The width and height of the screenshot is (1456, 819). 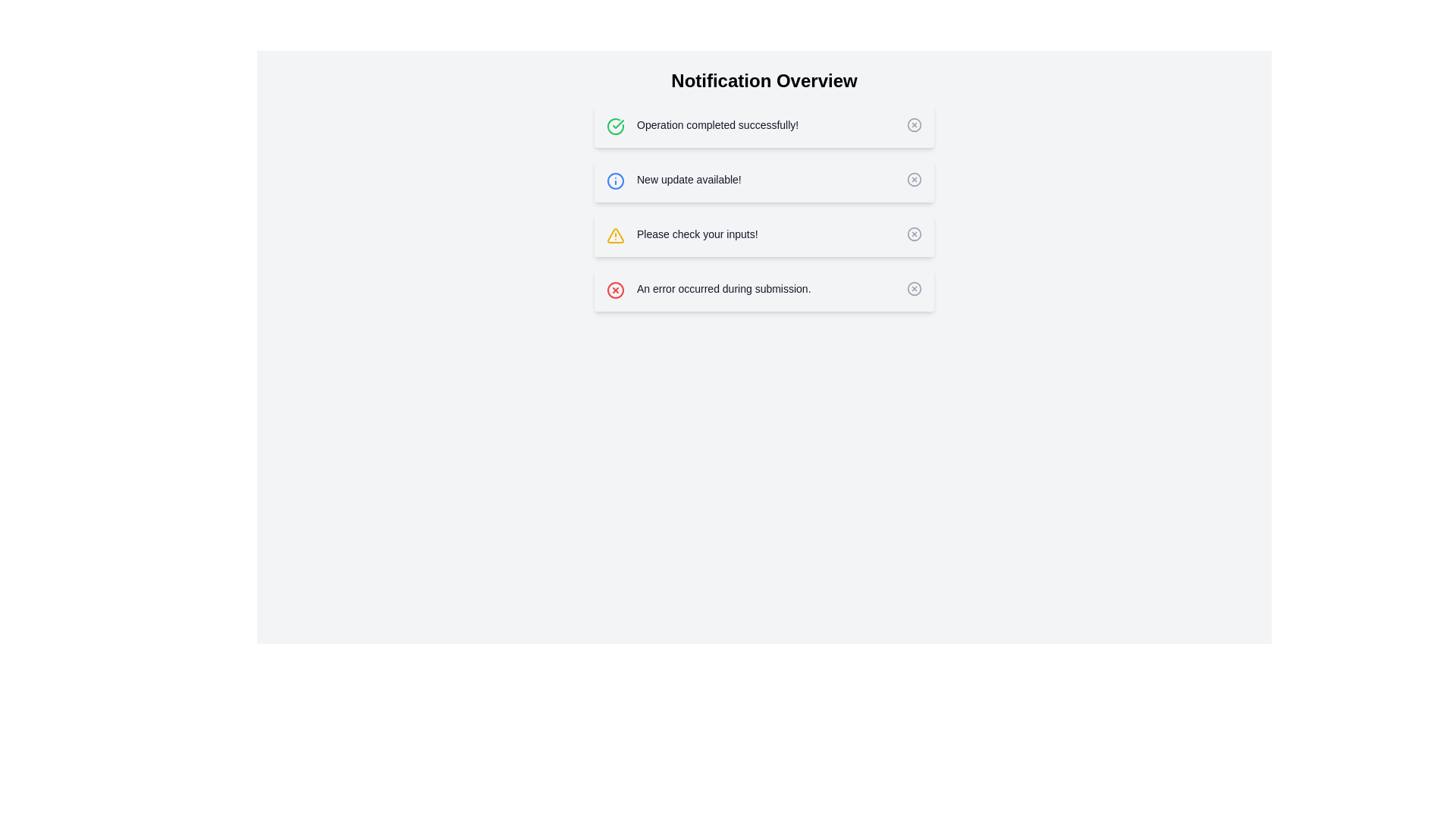 I want to click on the circular close button with a grey border and a red cross, which is located at the right-hand side of the notification box indicating 'Operation completed successfully!', so click(x=913, y=124).